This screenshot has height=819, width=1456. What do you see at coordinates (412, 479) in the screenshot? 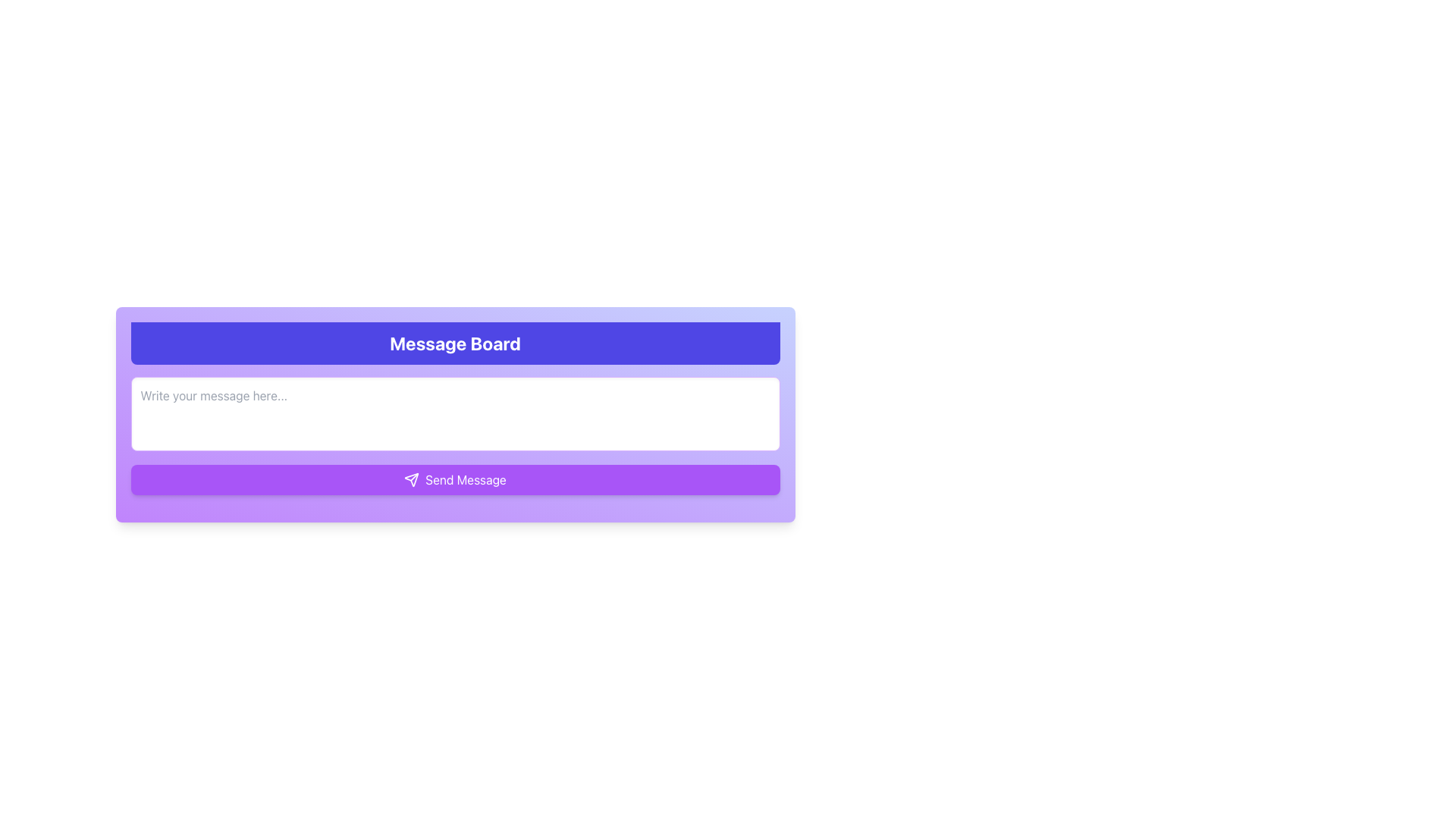
I see `the triangular arrow-like icon styled as a paper plane located within the 'Send Message' button at the bottom of the interface` at bounding box center [412, 479].